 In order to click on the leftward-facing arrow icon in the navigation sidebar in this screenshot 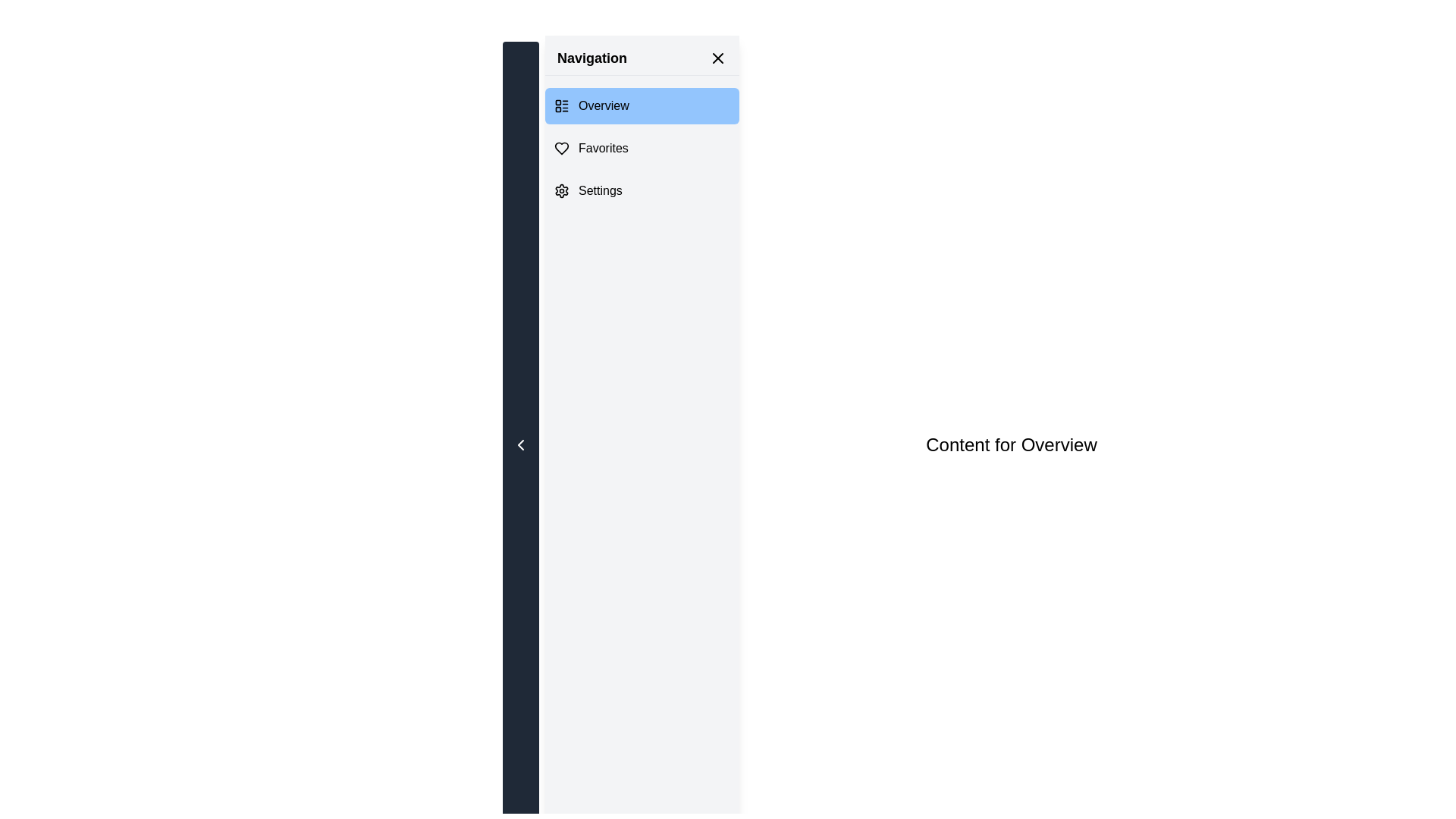, I will do `click(520, 444)`.